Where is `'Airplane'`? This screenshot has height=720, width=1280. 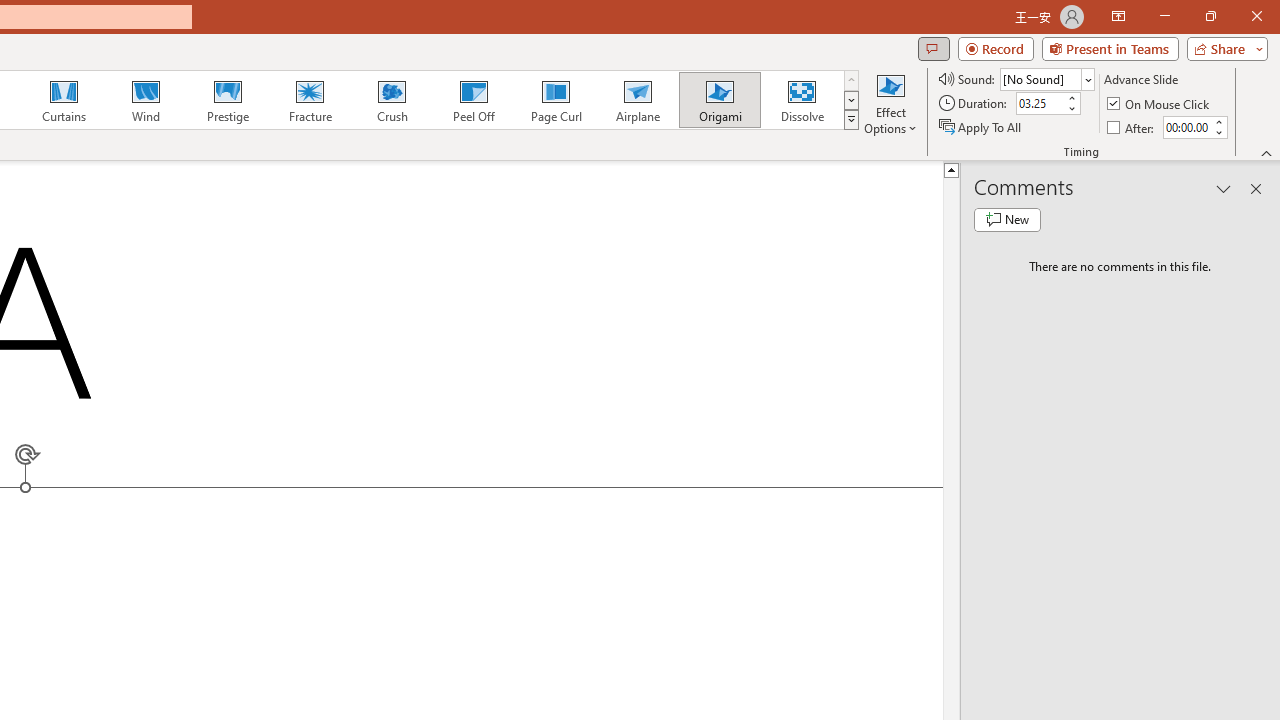
'Airplane' is located at coordinates (636, 100).